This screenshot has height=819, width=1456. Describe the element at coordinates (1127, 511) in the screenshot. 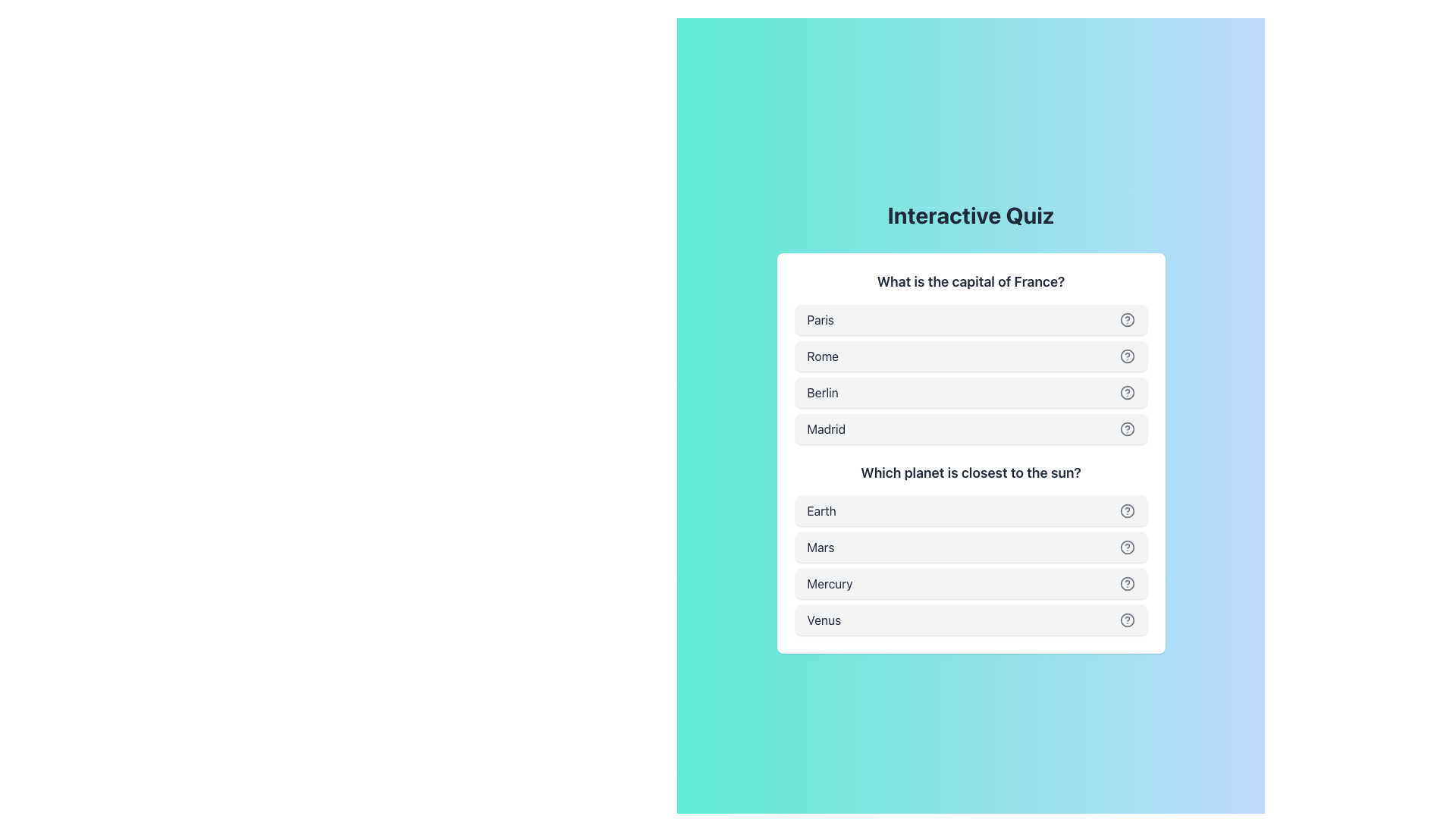

I see `the interactive icon located to the right of the option labeled 'Mars' in the second question section of the interactive quiz` at that location.